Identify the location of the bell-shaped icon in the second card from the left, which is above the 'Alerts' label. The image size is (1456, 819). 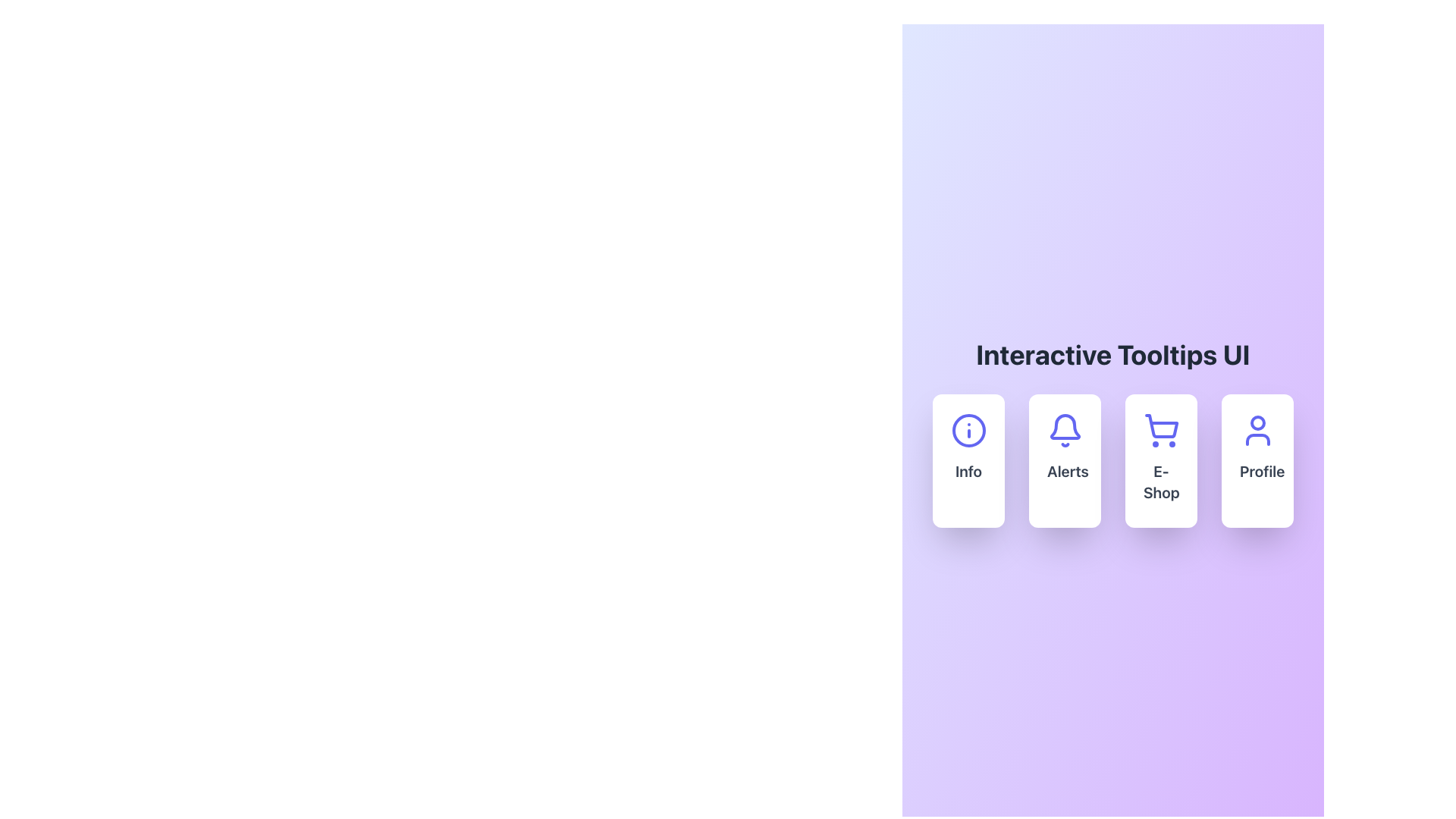
(1065, 430).